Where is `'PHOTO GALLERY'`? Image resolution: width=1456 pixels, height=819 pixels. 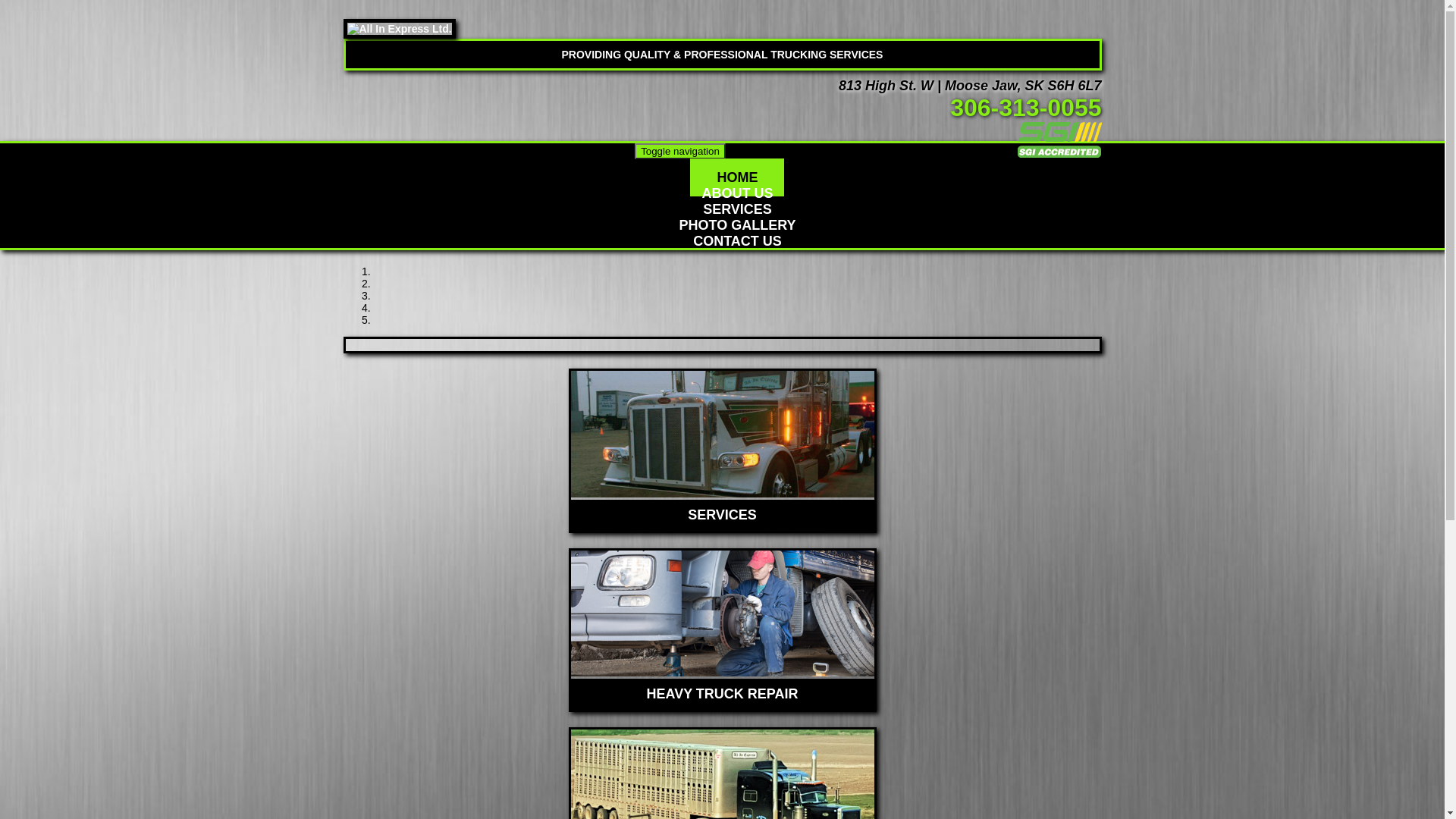 'PHOTO GALLERY' is located at coordinates (736, 225).